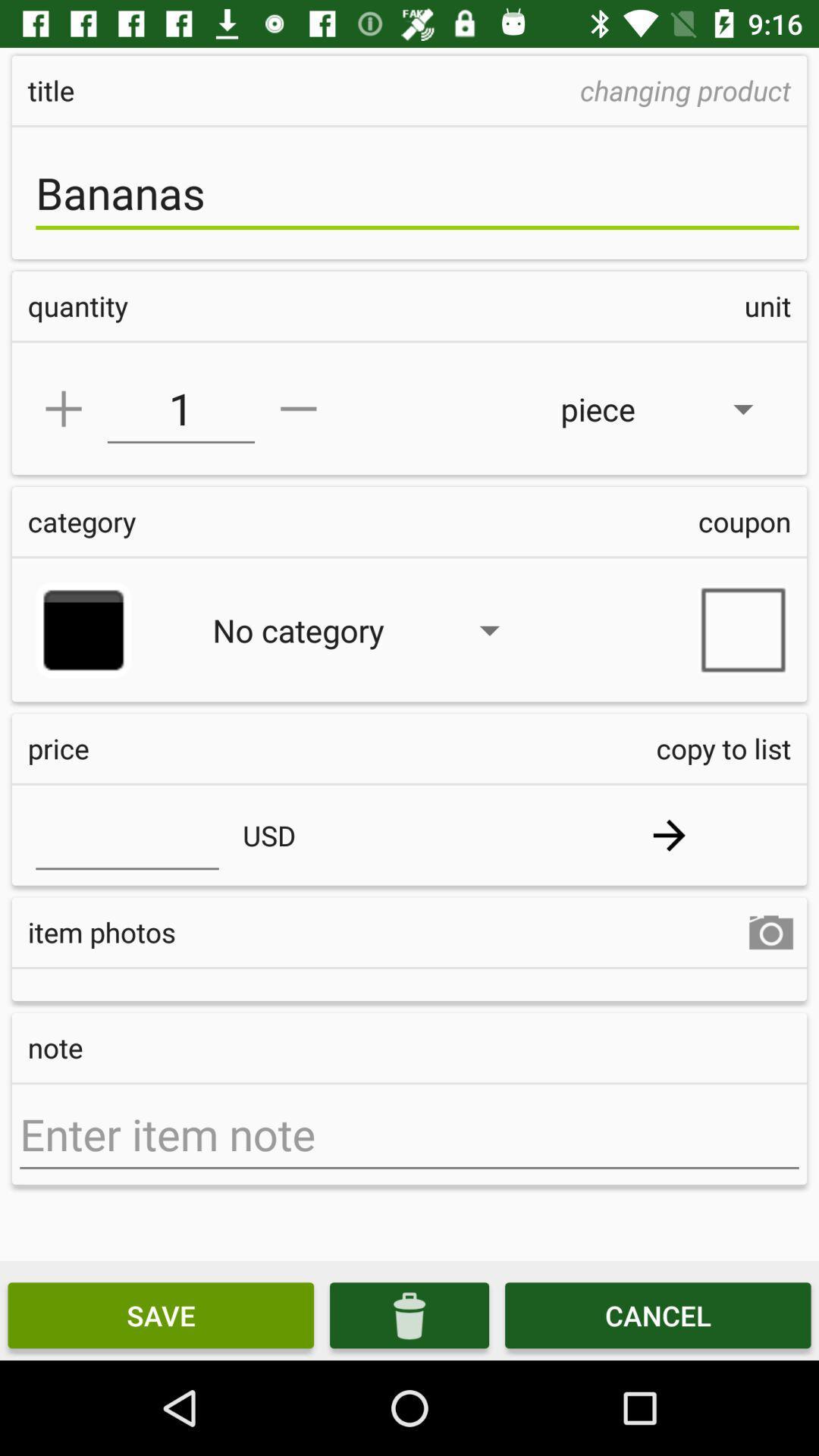 The height and width of the screenshot is (1456, 819). I want to click on item at the bottom left corner, so click(161, 1314).